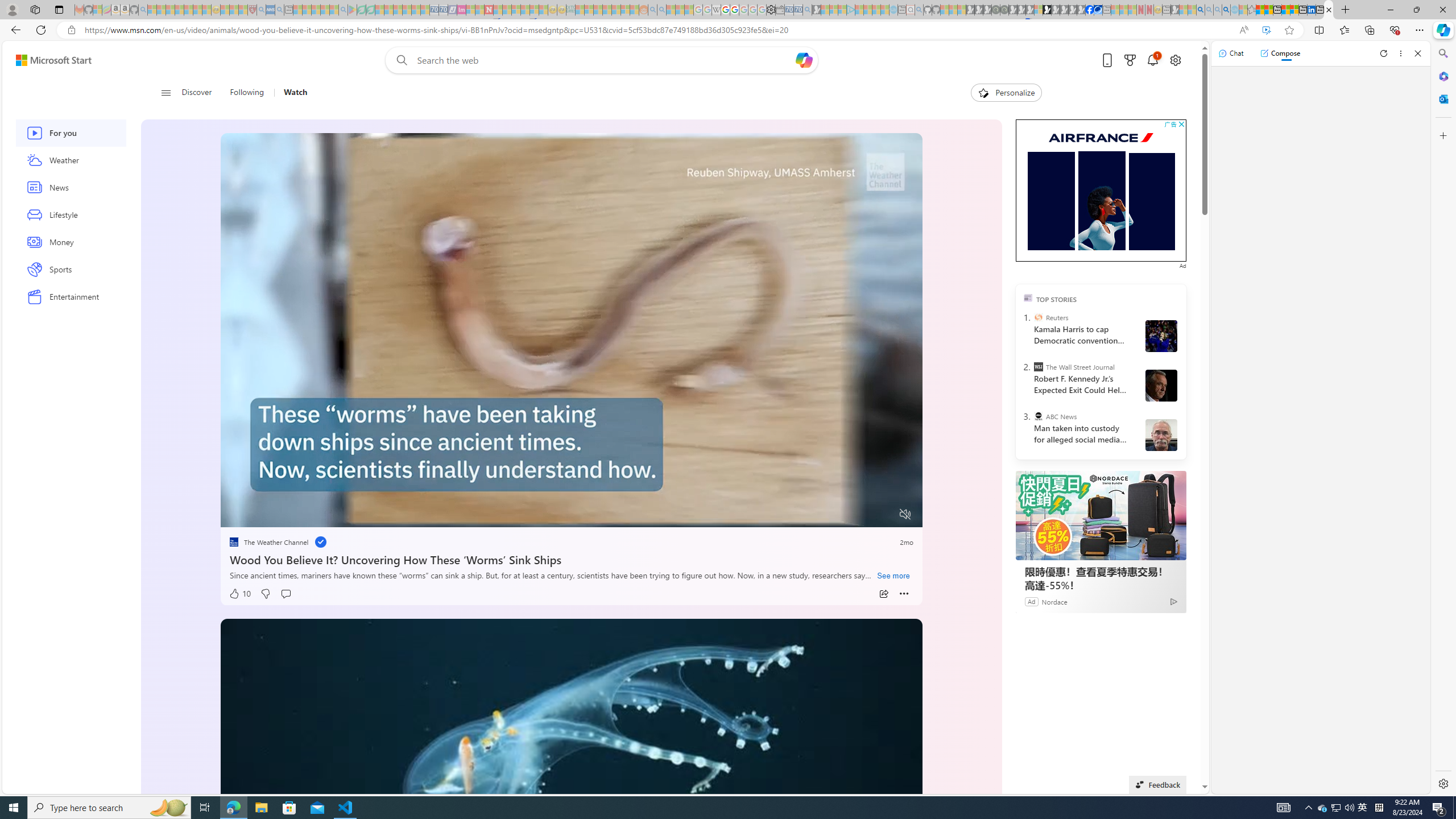 The height and width of the screenshot is (819, 1456). Describe the element at coordinates (883, 593) in the screenshot. I see `'Share'` at that location.